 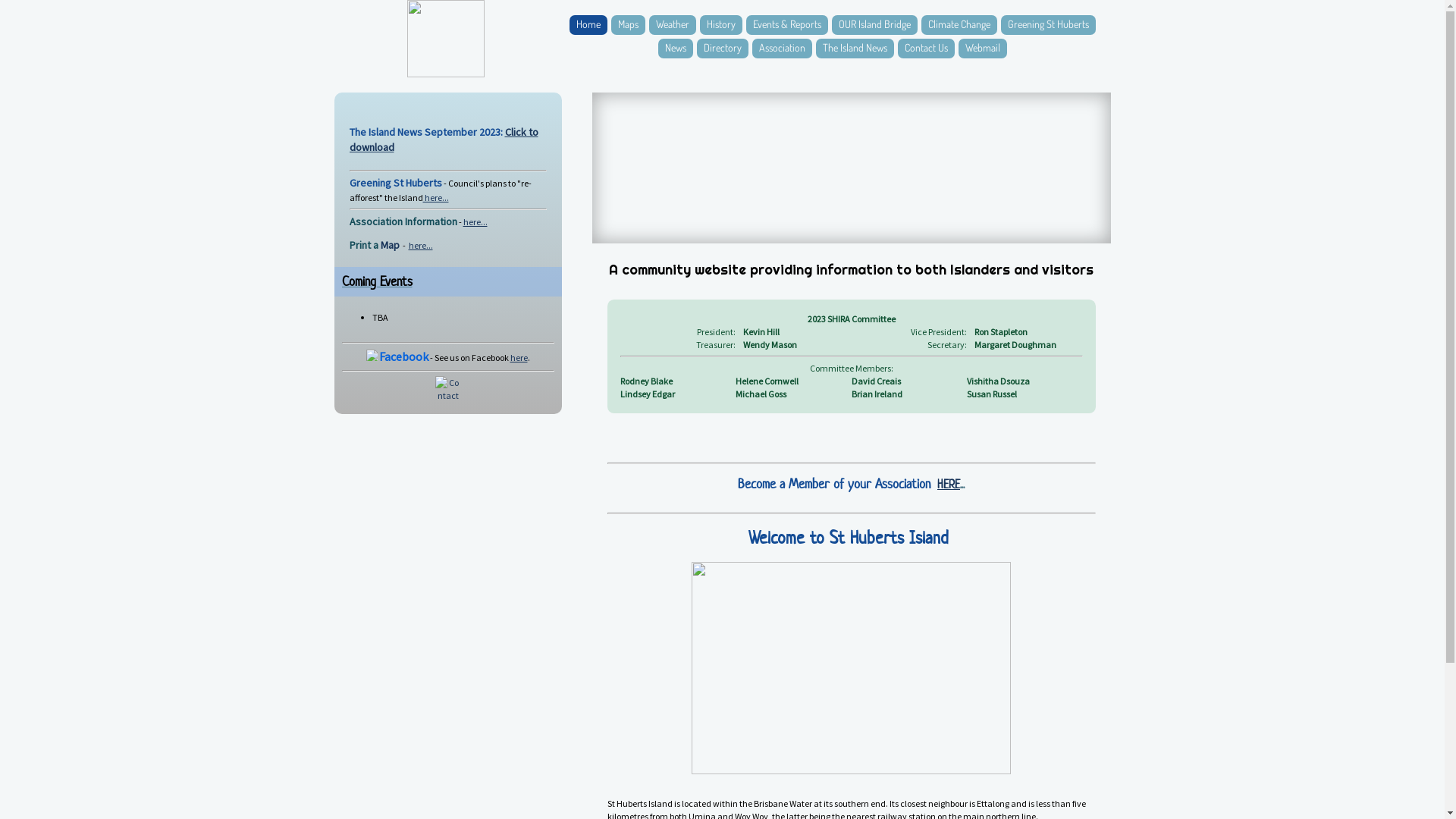 I want to click on 'Maps', so click(x=628, y=25).